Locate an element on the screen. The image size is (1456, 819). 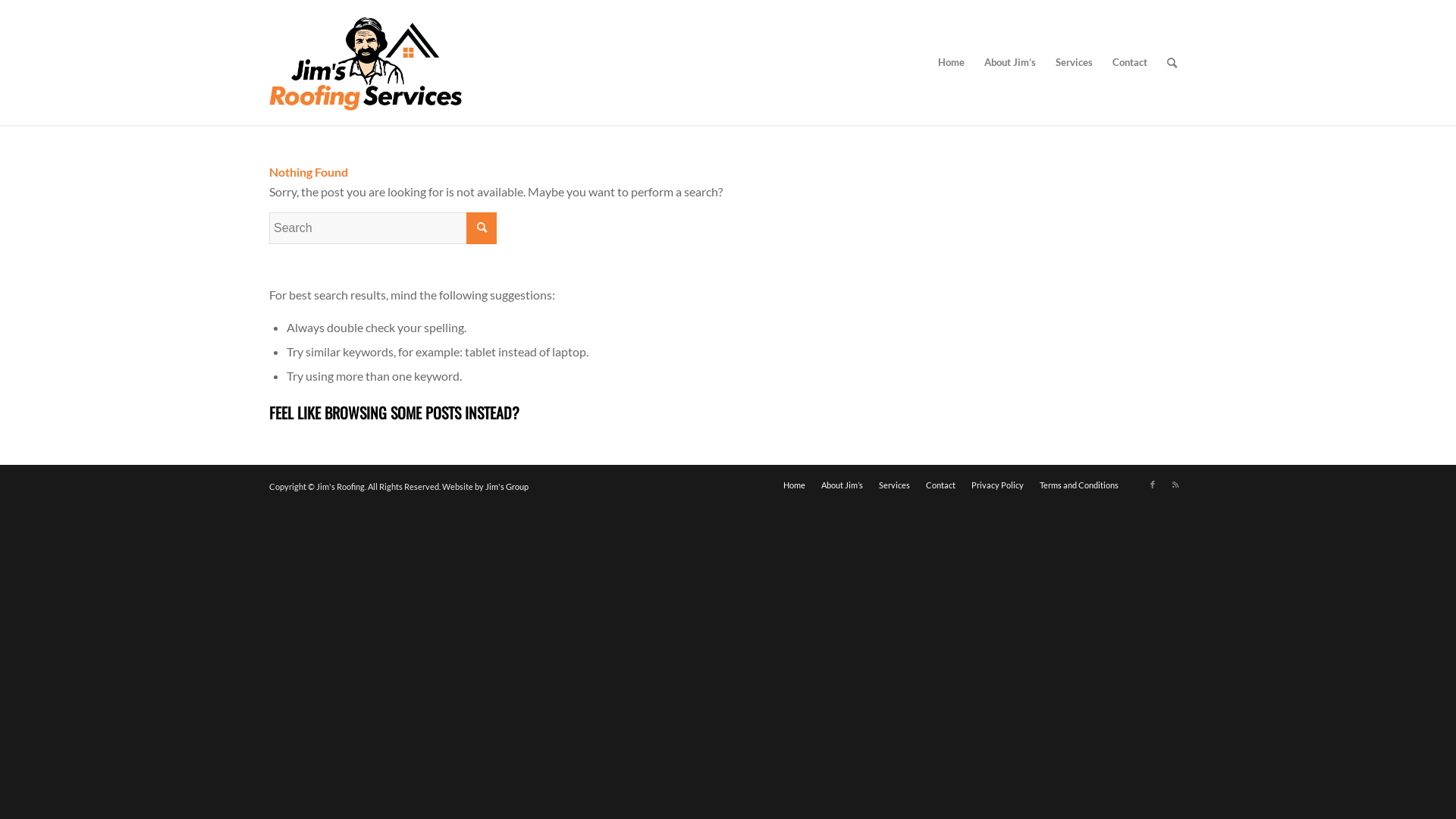
'jimsroofinglogo-1-web' is located at coordinates (366, 61).